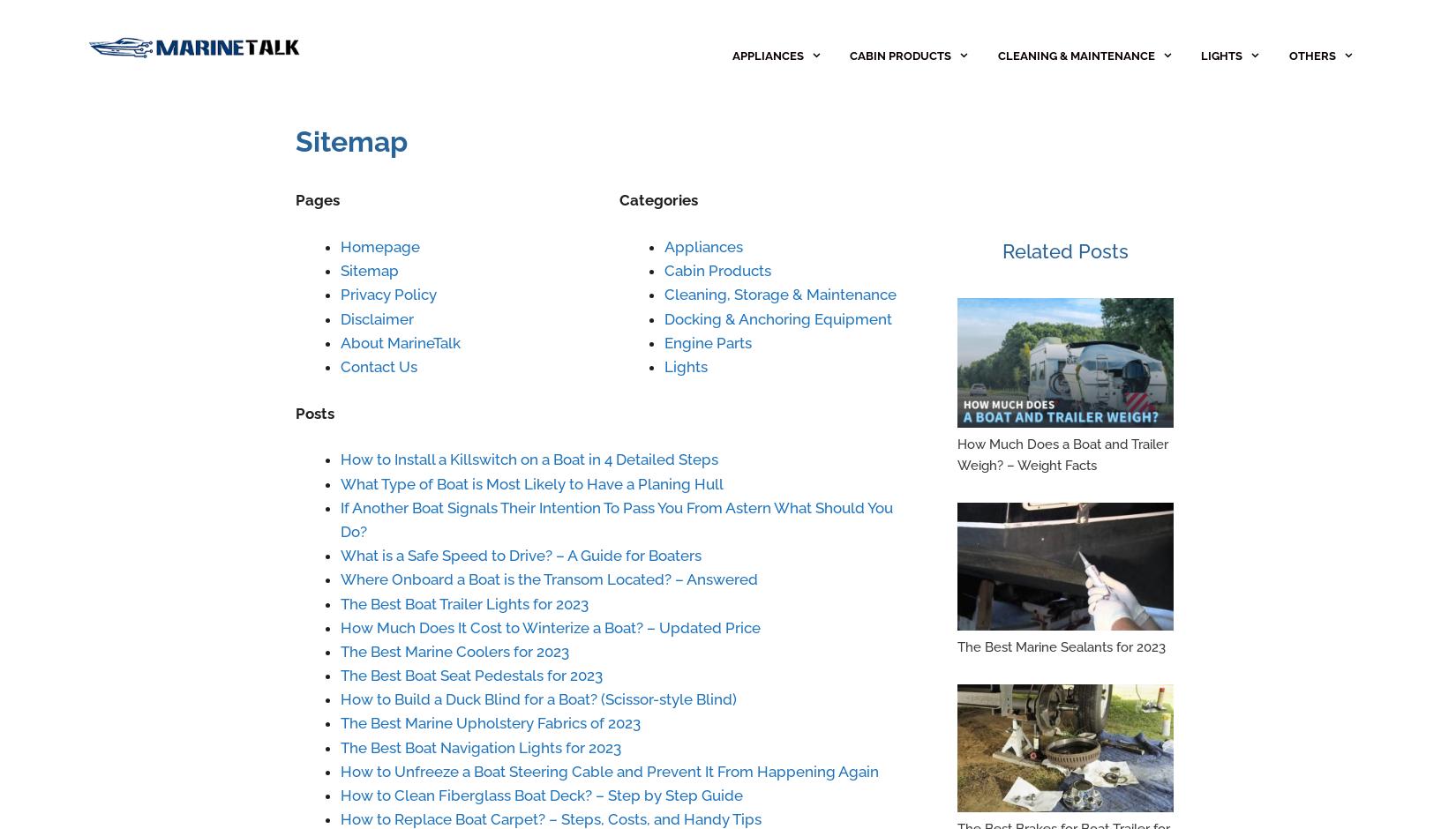 Image resolution: width=1456 pixels, height=829 pixels. What do you see at coordinates (716, 270) in the screenshot?
I see `'Cabin Products'` at bounding box center [716, 270].